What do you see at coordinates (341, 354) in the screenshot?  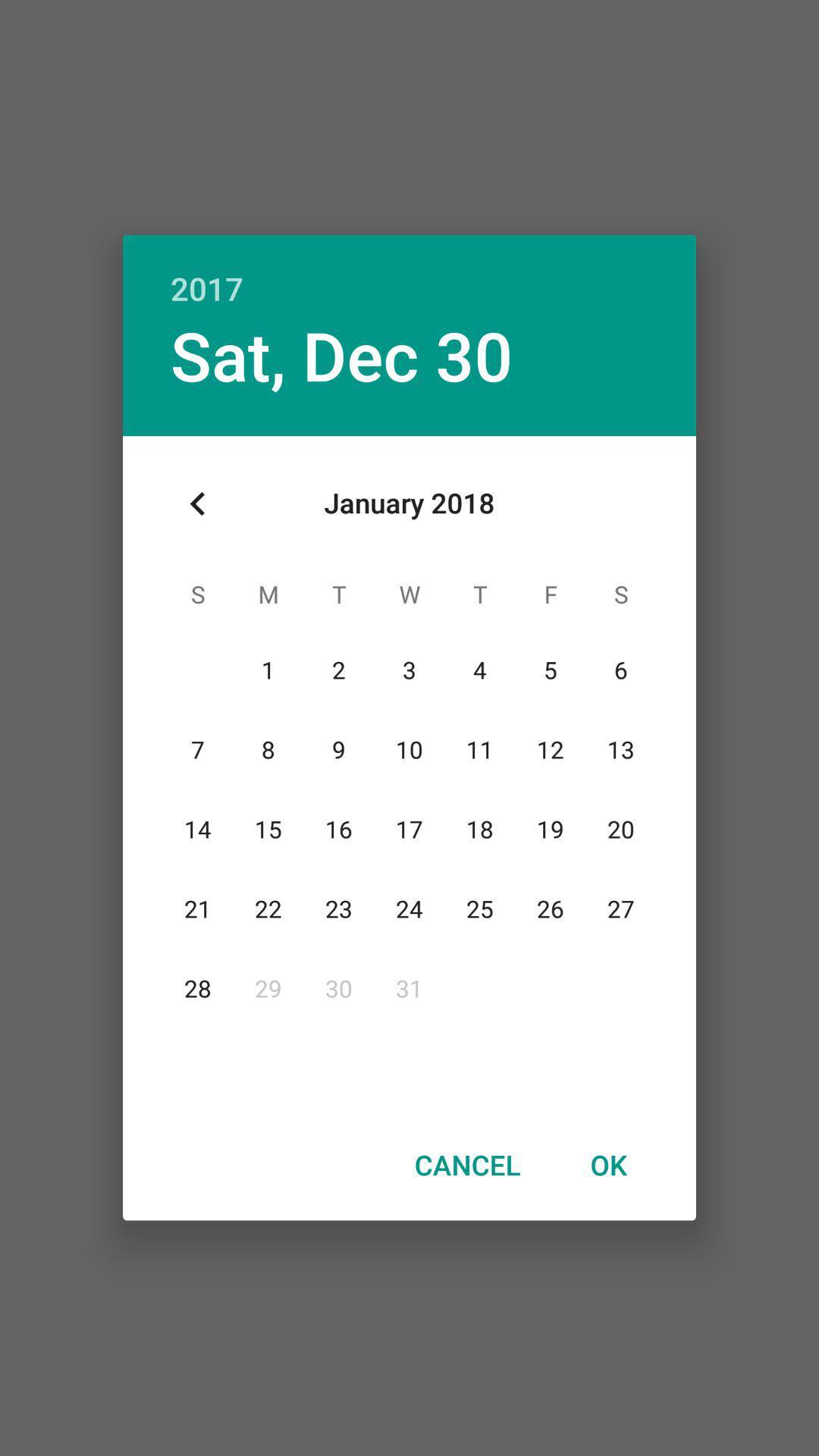 I see `sat, dec 30` at bounding box center [341, 354].